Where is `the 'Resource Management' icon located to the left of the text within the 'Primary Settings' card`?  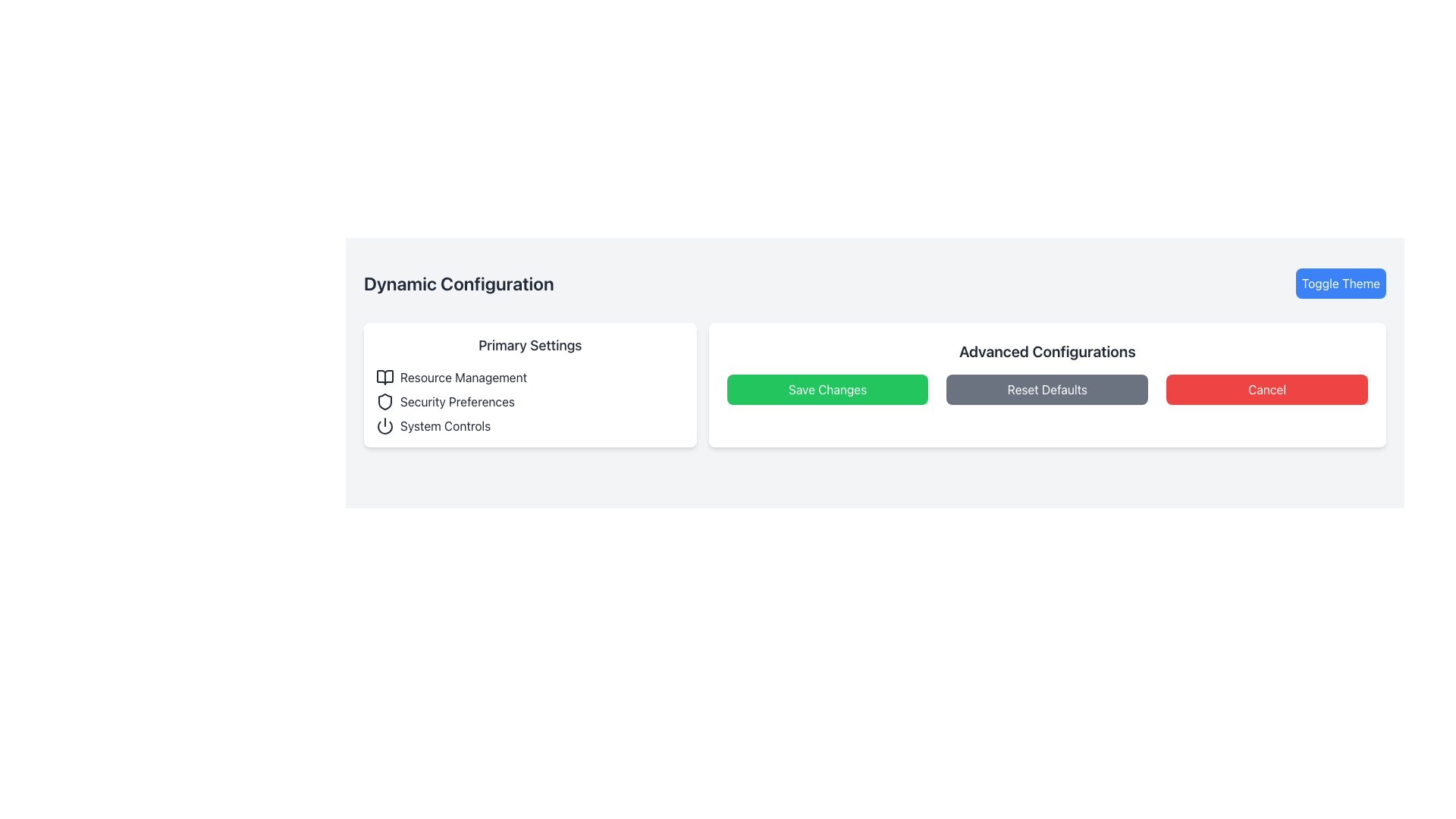 the 'Resource Management' icon located to the left of the text within the 'Primary Settings' card is located at coordinates (385, 376).